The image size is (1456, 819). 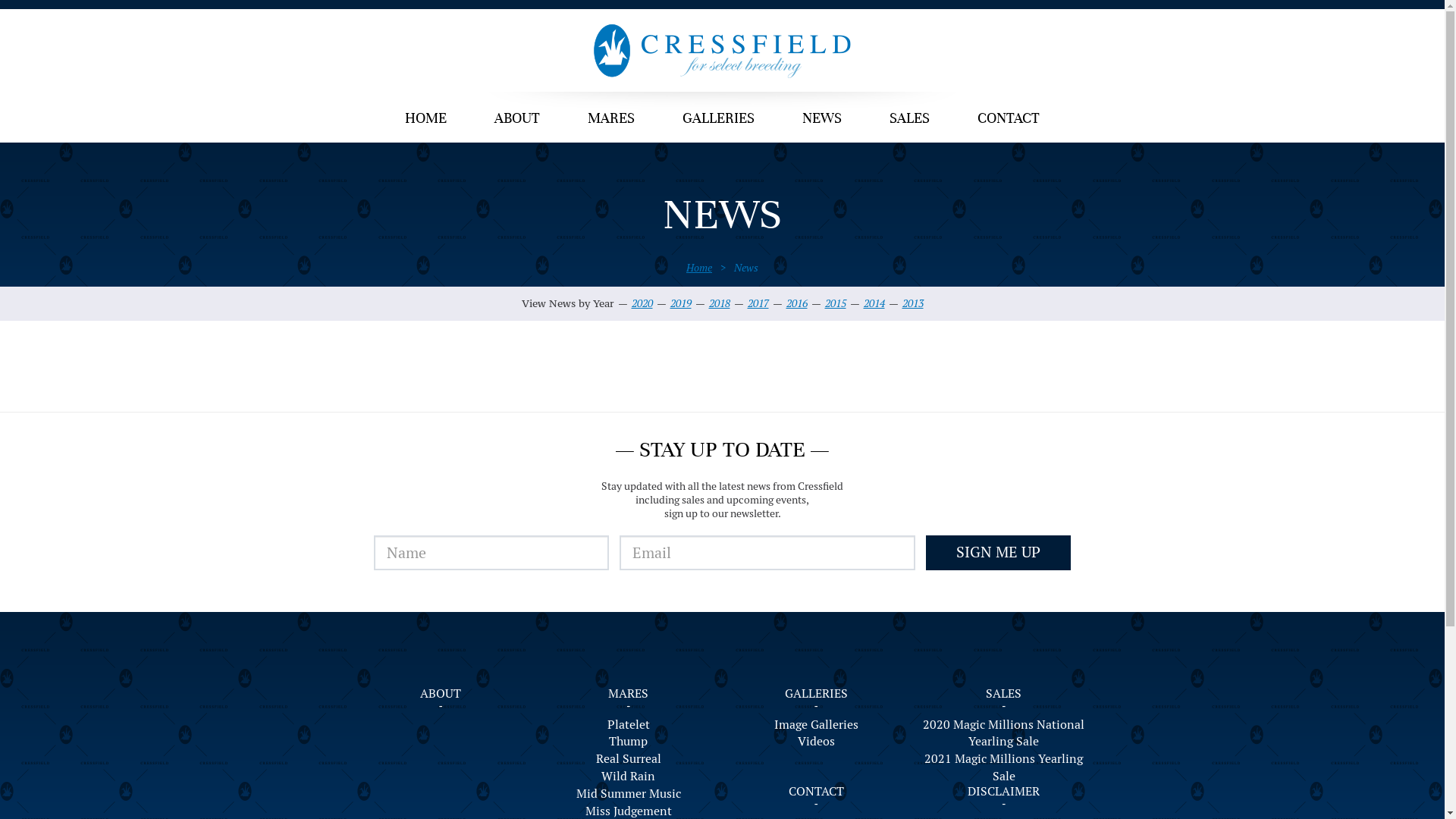 I want to click on 'SALES', so click(x=866, y=119).